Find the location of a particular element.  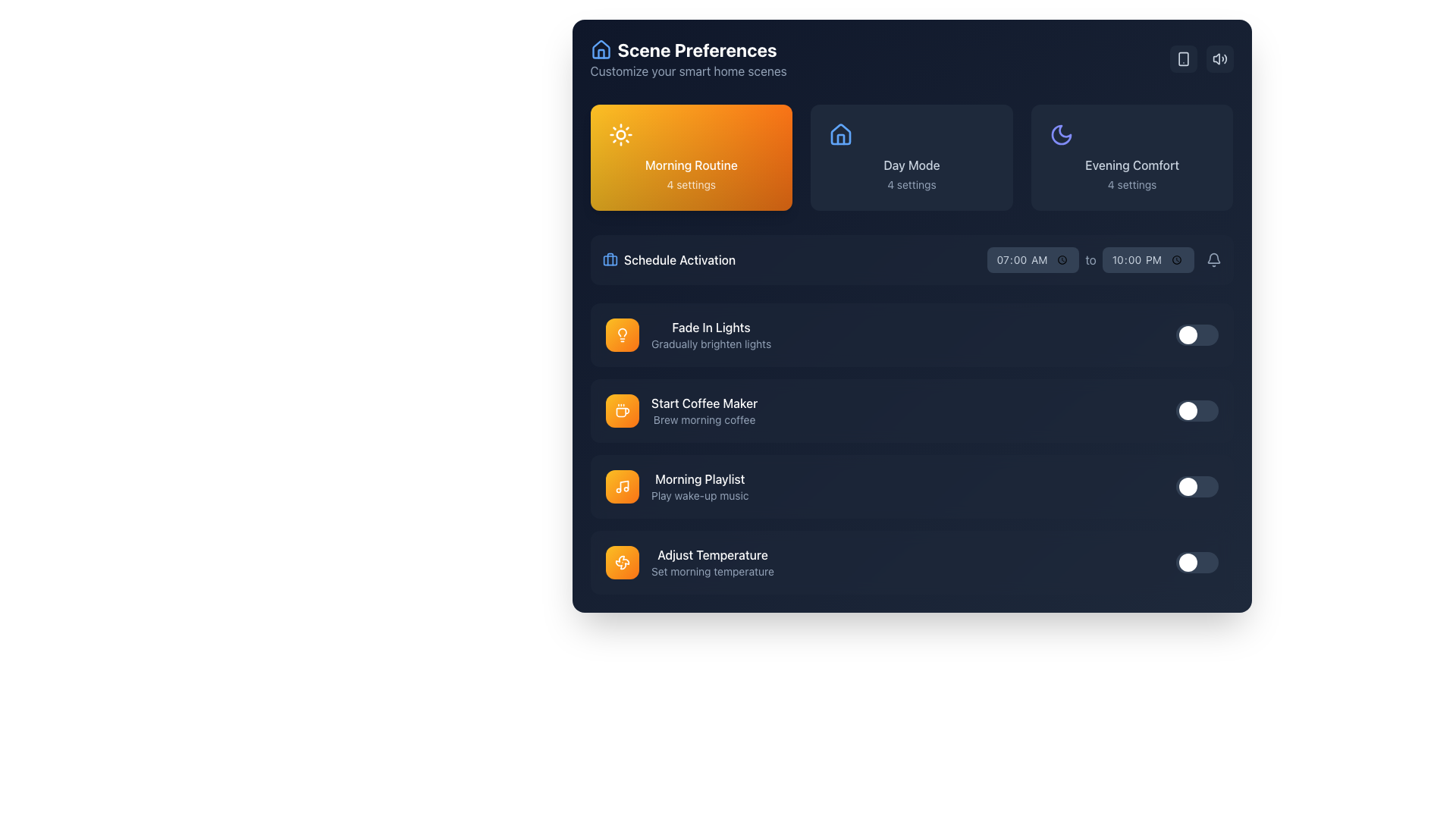

the text label that reads 'Gradually brighten lights,' which is styled in light slate-gray and positioned below the 'Fade In Lights' title is located at coordinates (710, 344).